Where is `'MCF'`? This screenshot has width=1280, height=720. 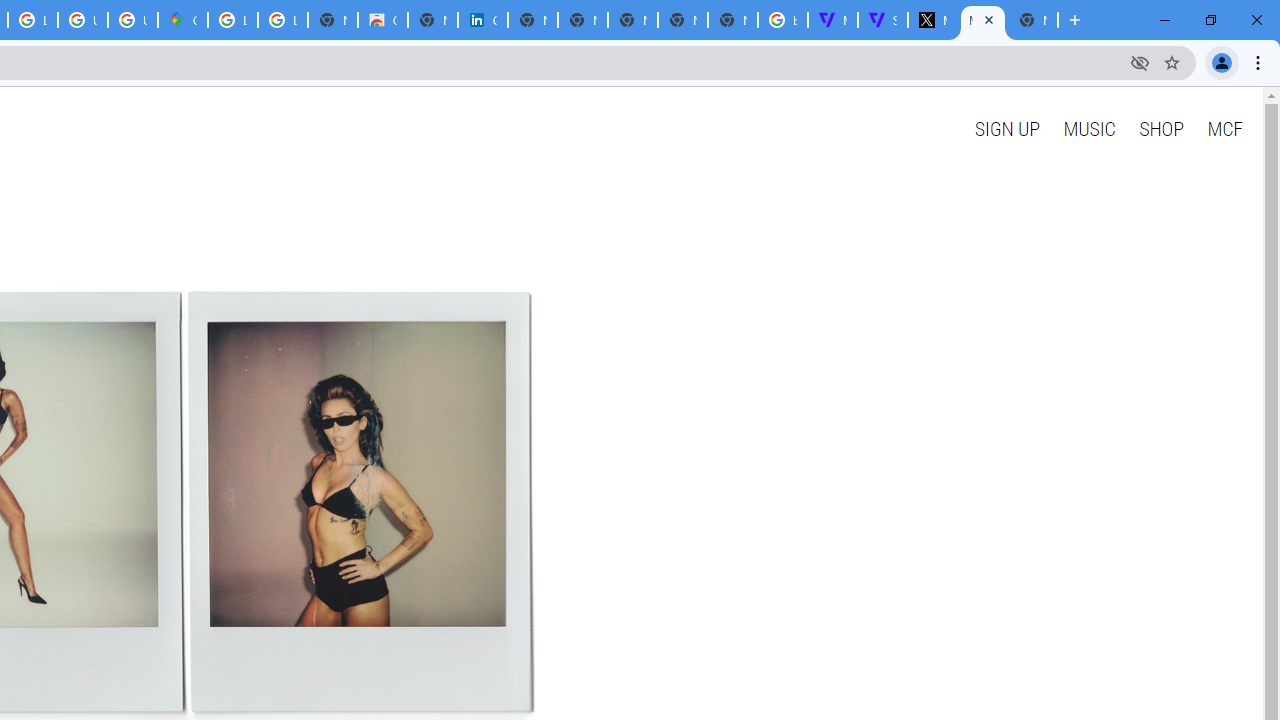
'MCF' is located at coordinates (1223, 128).